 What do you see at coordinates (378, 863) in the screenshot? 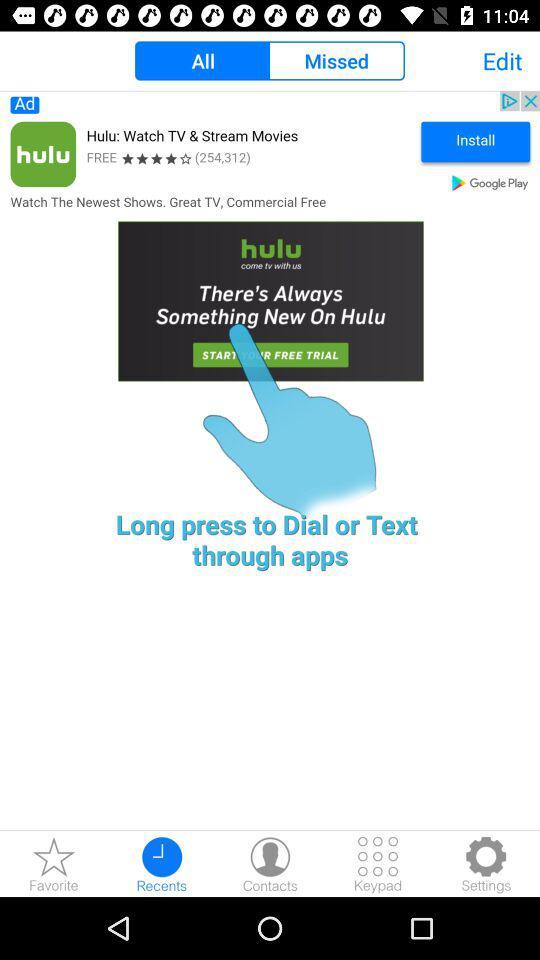
I see `show keypad` at bounding box center [378, 863].